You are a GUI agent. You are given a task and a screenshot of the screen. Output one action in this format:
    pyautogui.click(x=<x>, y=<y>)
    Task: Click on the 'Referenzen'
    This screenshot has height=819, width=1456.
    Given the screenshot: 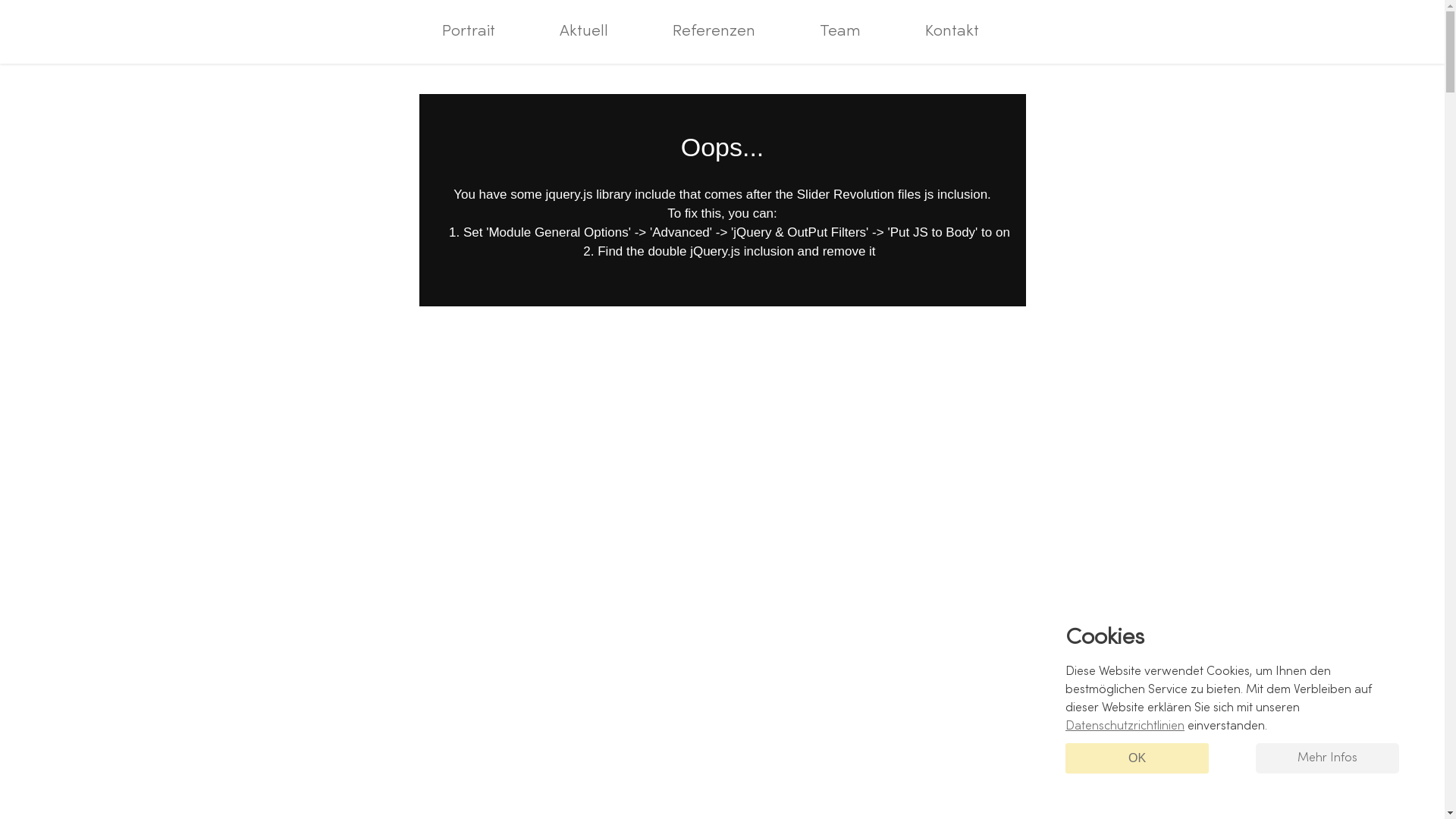 What is the action you would take?
    pyautogui.click(x=713, y=32)
    